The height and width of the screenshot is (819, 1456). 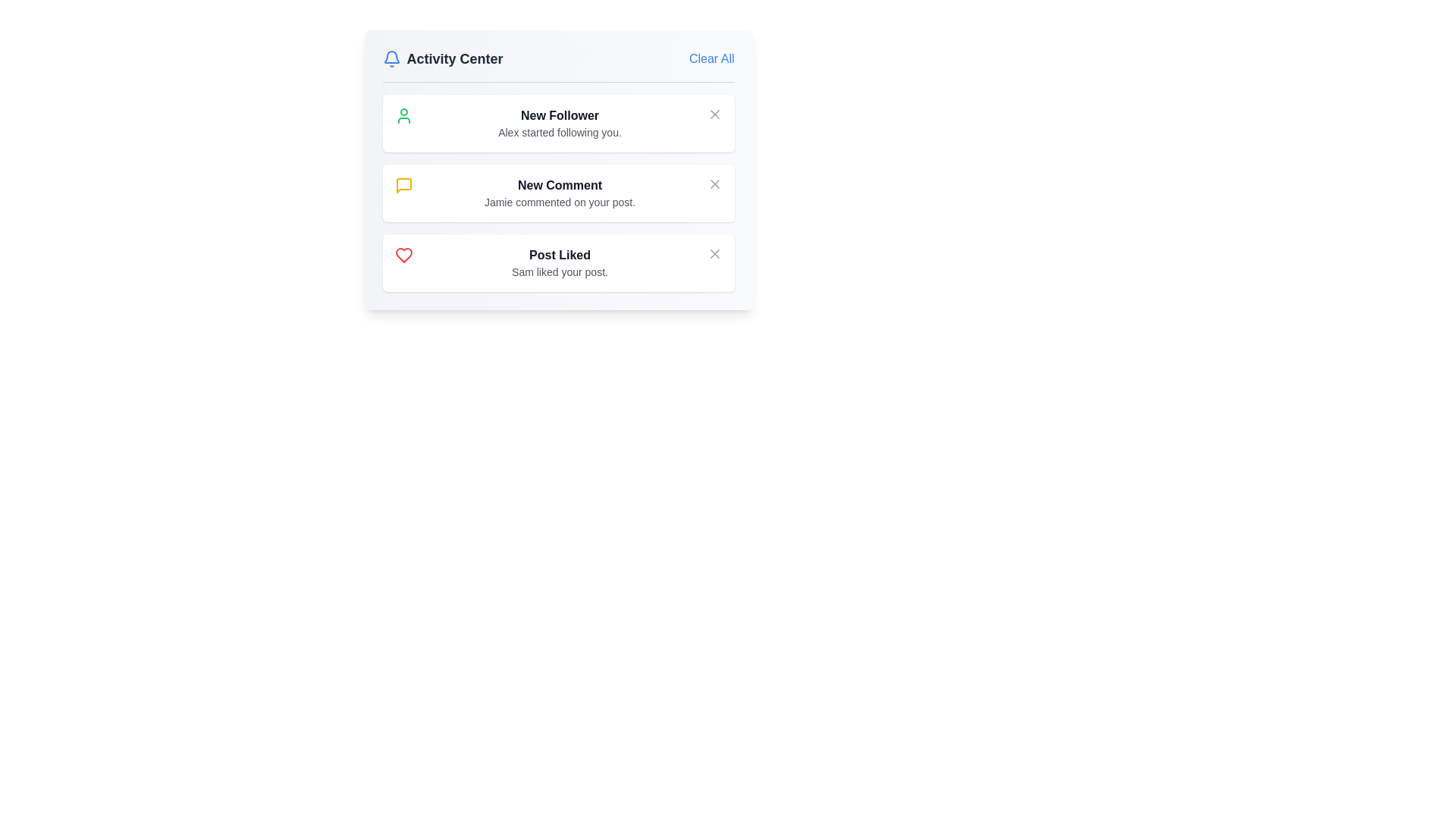 What do you see at coordinates (559, 131) in the screenshot?
I see `text label displaying 'Alex started following you.' located below the bold text 'New Follower' in the notification card` at bounding box center [559, 131].